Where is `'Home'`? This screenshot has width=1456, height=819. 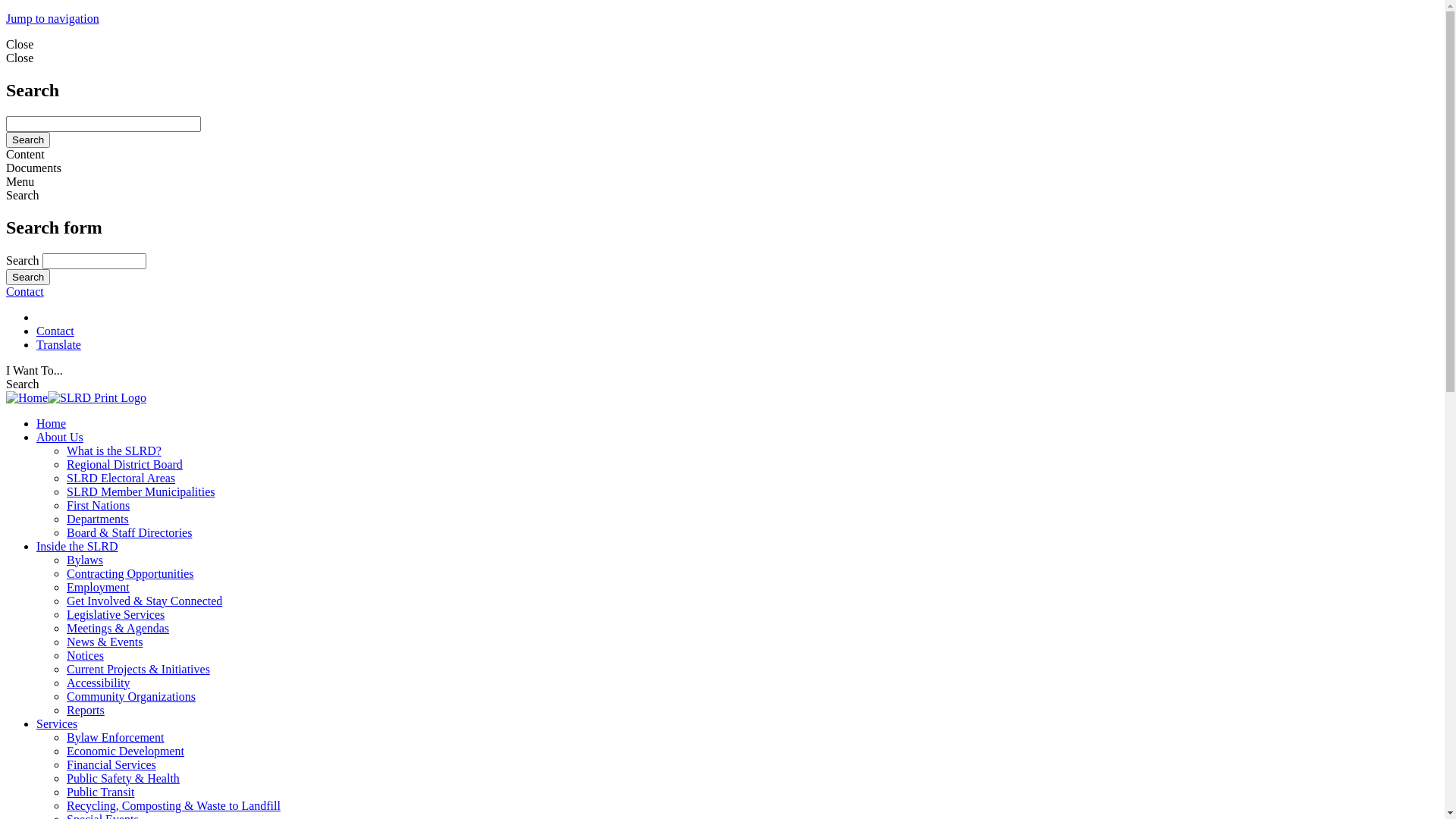
'Home' is located at coordinates (75, 397).